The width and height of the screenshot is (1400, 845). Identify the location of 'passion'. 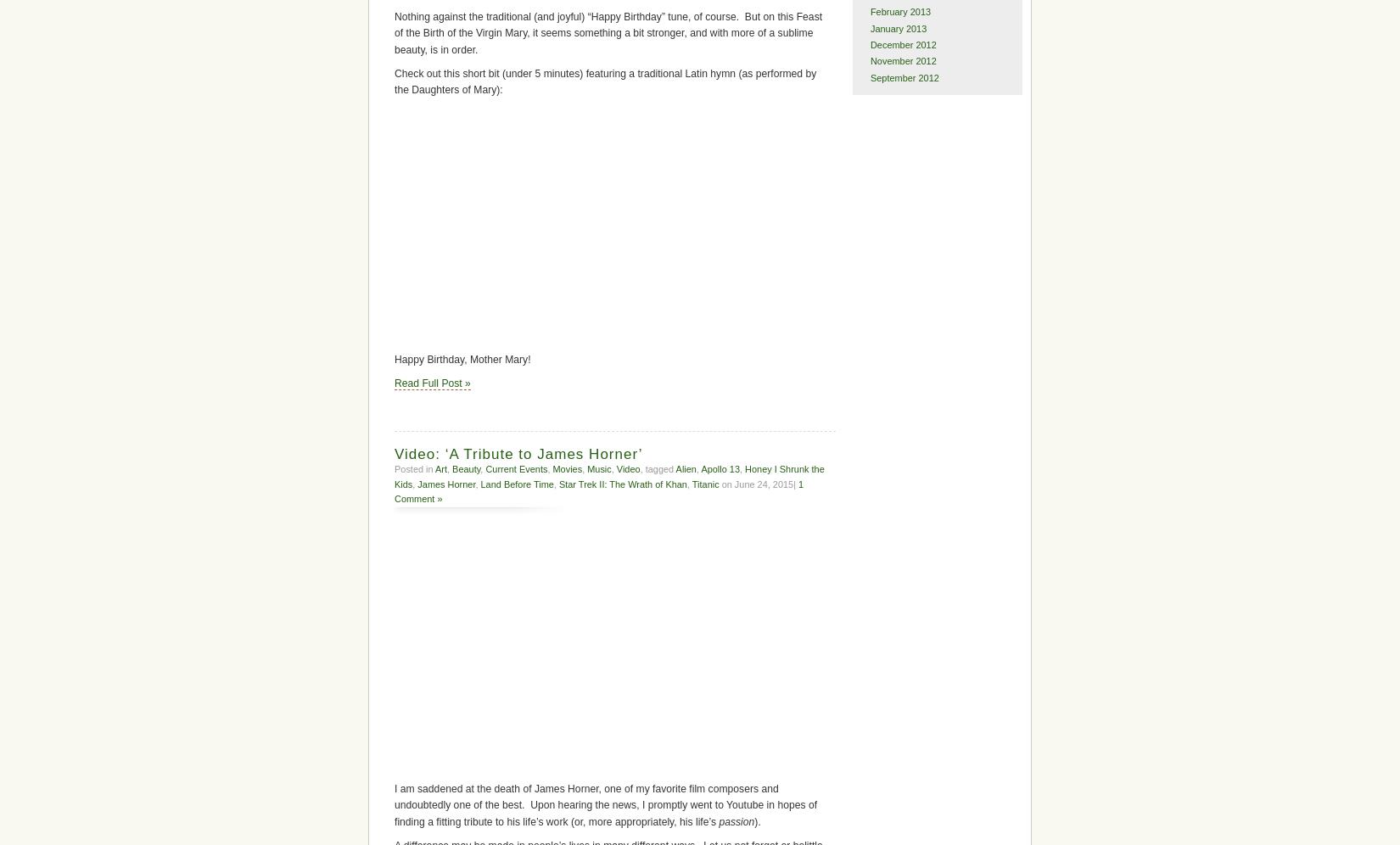
(736, 820).